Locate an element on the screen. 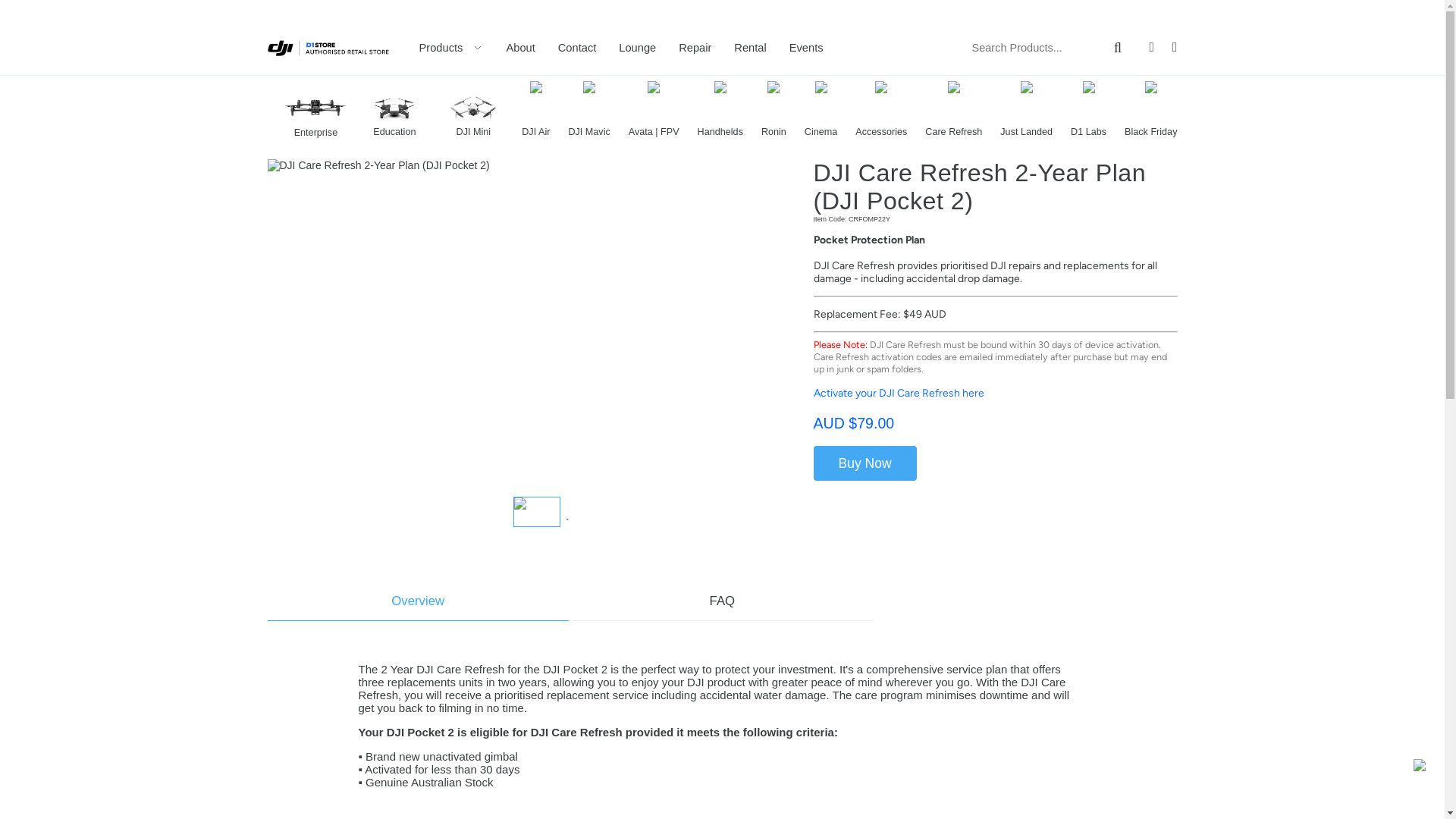 This screenshot has width=1456, height=819. 'Accessories' is located at coordinates (880, 108).